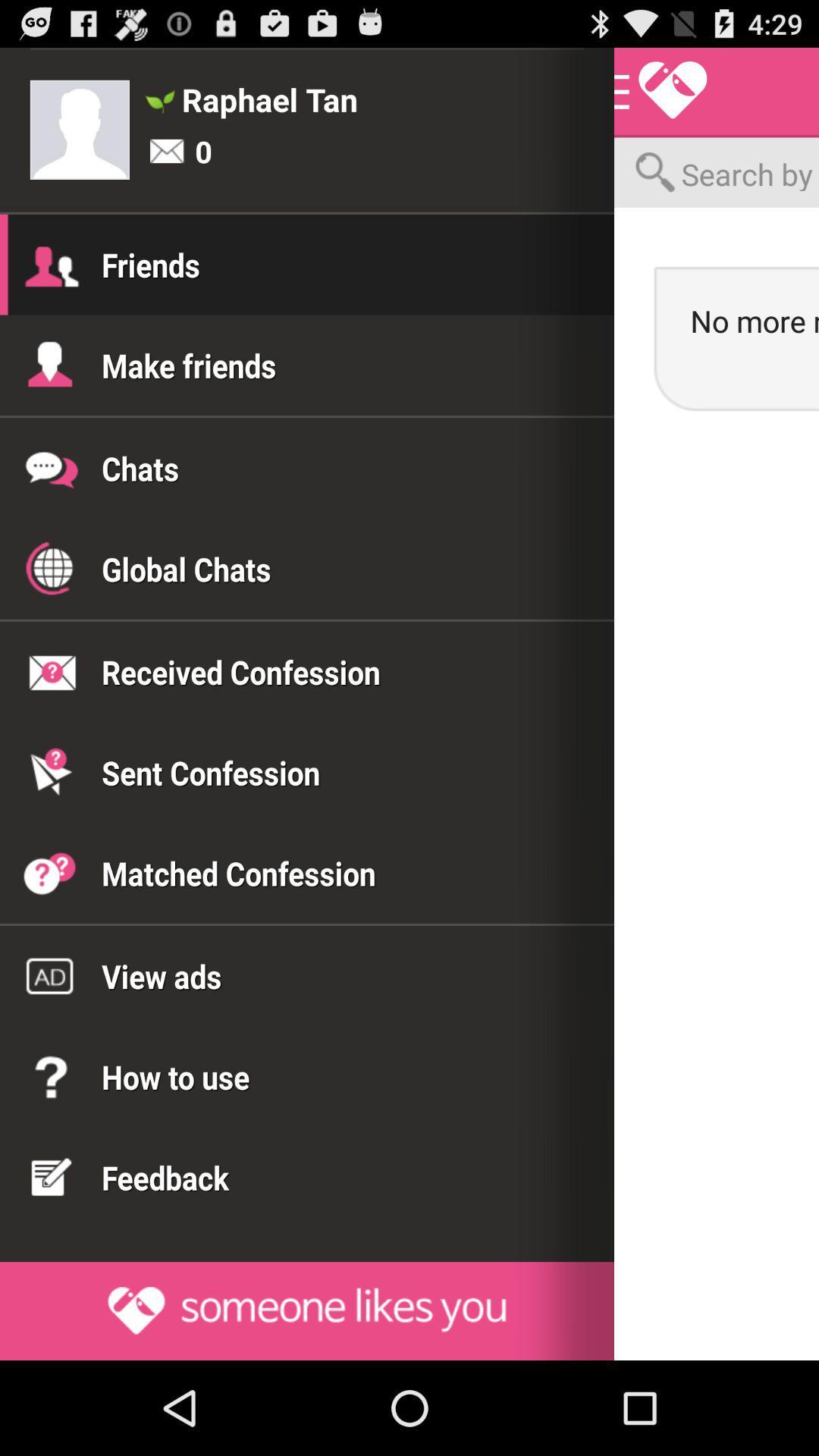 This screenshot has width=819, height=1456. I want to click on the avatar icon, so click(80, 139).